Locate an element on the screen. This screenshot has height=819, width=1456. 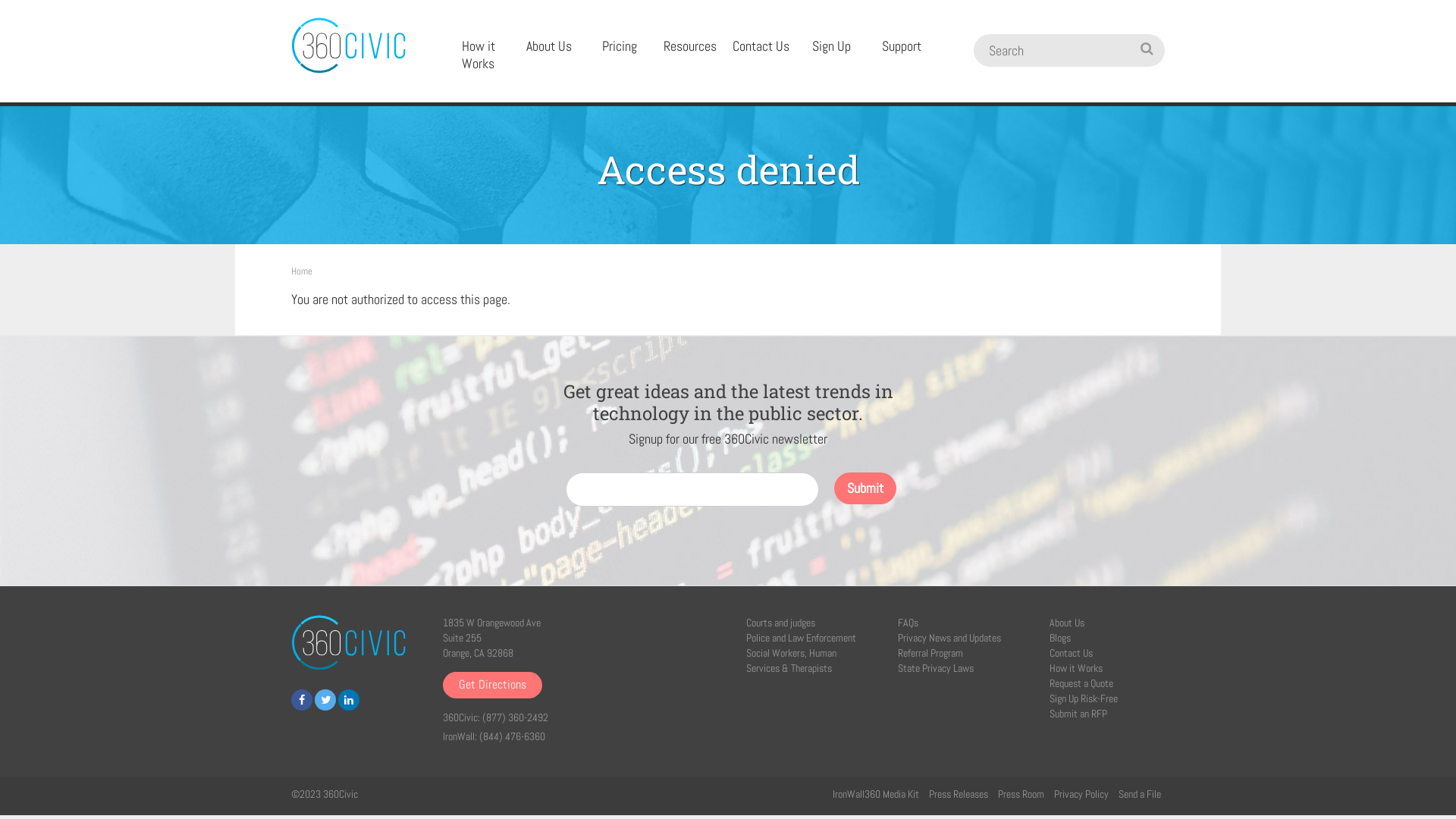
'Contact Us' is located at coordinates (761, 45).